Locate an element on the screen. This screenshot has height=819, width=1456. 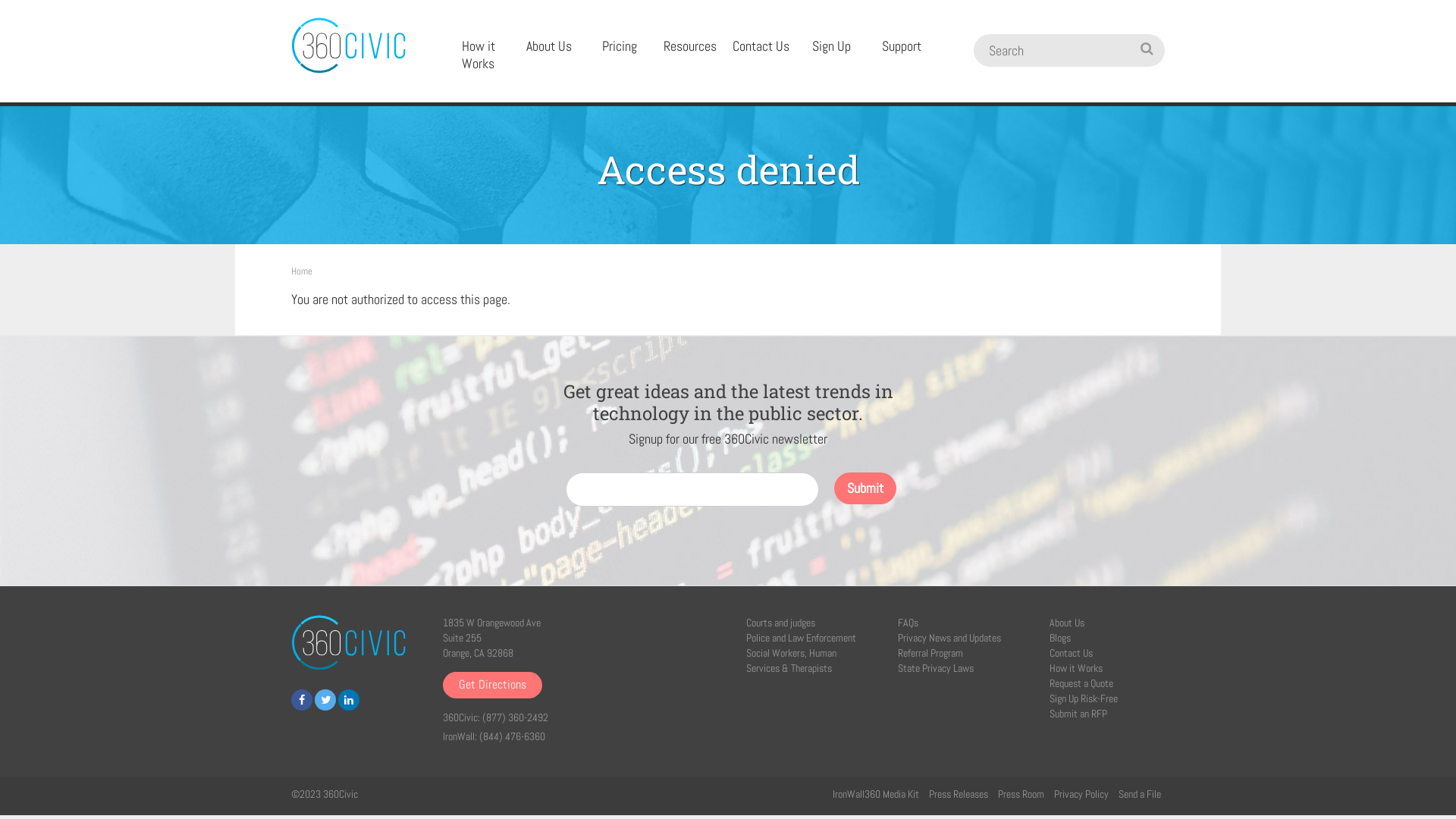
'Contact Us' is located at coordinates (761, 45).